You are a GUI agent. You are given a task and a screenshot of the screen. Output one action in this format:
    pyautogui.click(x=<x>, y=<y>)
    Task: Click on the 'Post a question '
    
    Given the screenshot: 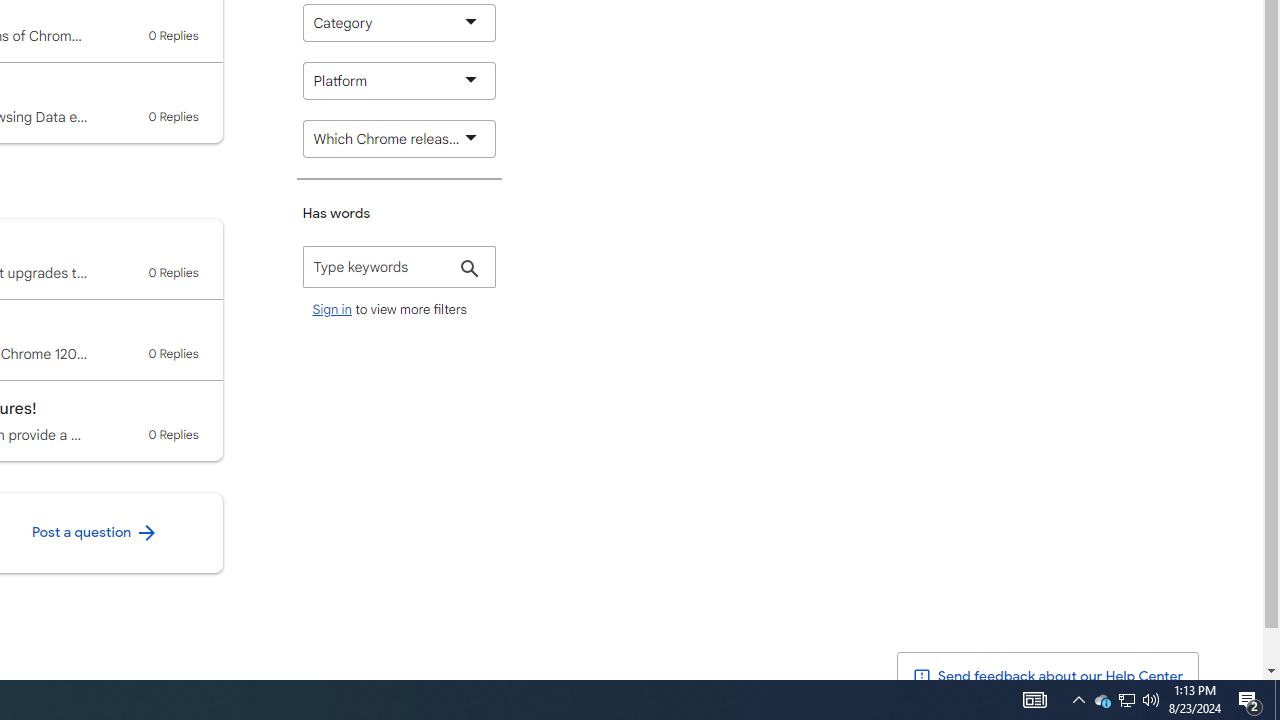 What is the action you would take?
    pyautogui.click(x=93, y=532)
    